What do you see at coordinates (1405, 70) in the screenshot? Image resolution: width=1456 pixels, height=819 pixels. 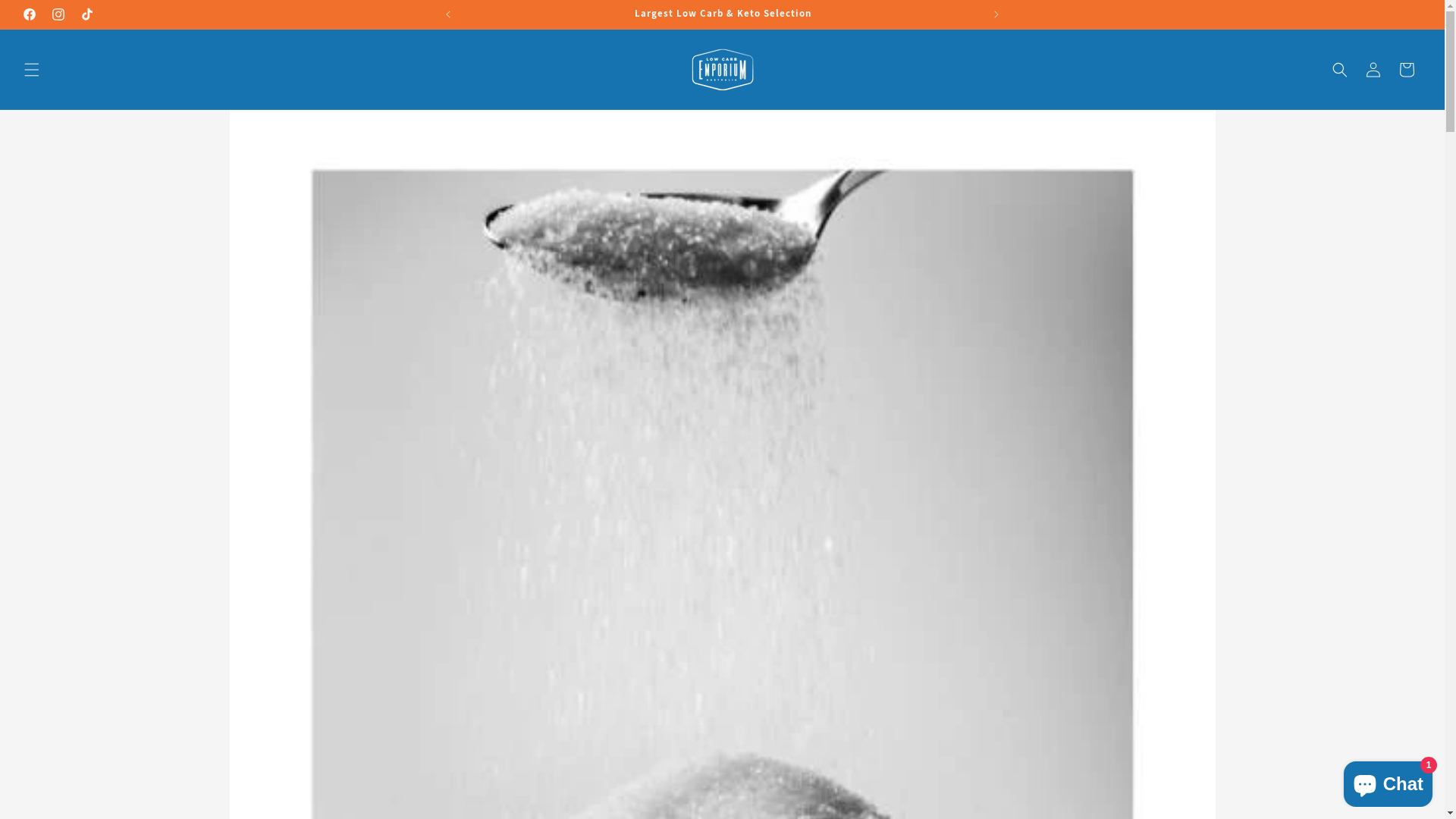 I see `'Cart'` at bounding box center [1405, 70].